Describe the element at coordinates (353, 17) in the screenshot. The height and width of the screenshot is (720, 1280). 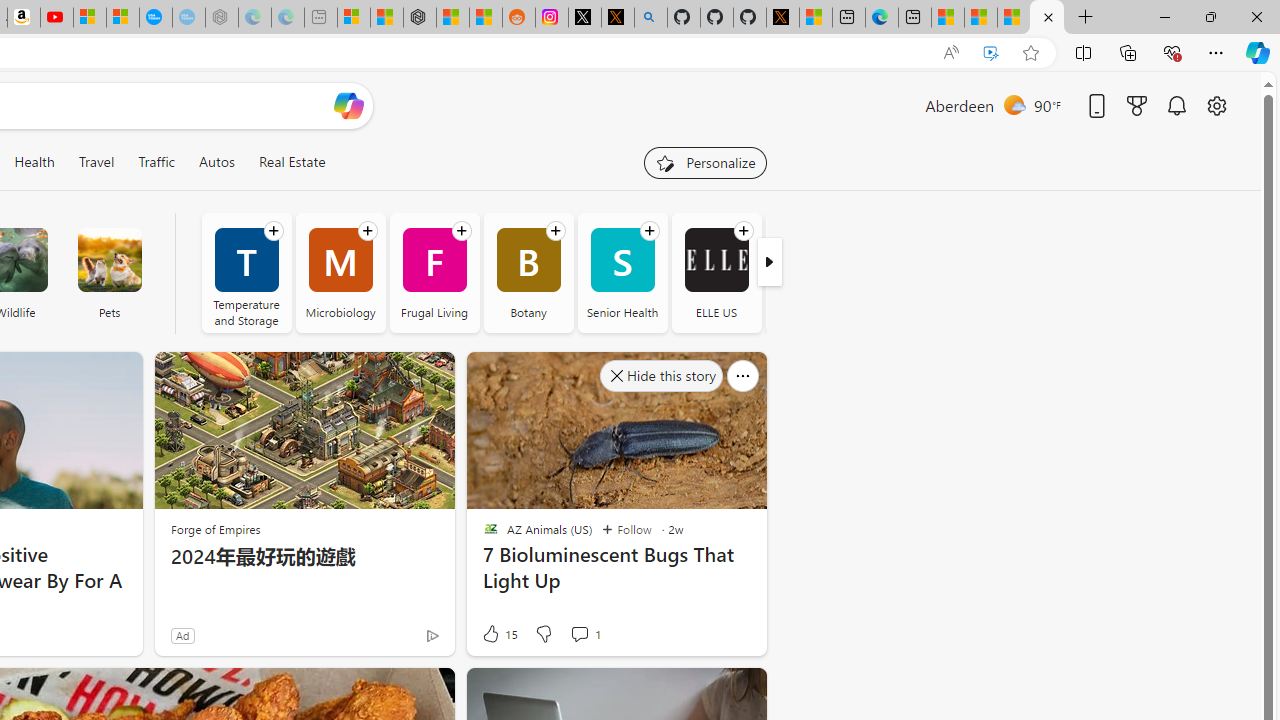
I see `'Microsoft account | Microsoft Account Privacy Settings'` at that location.